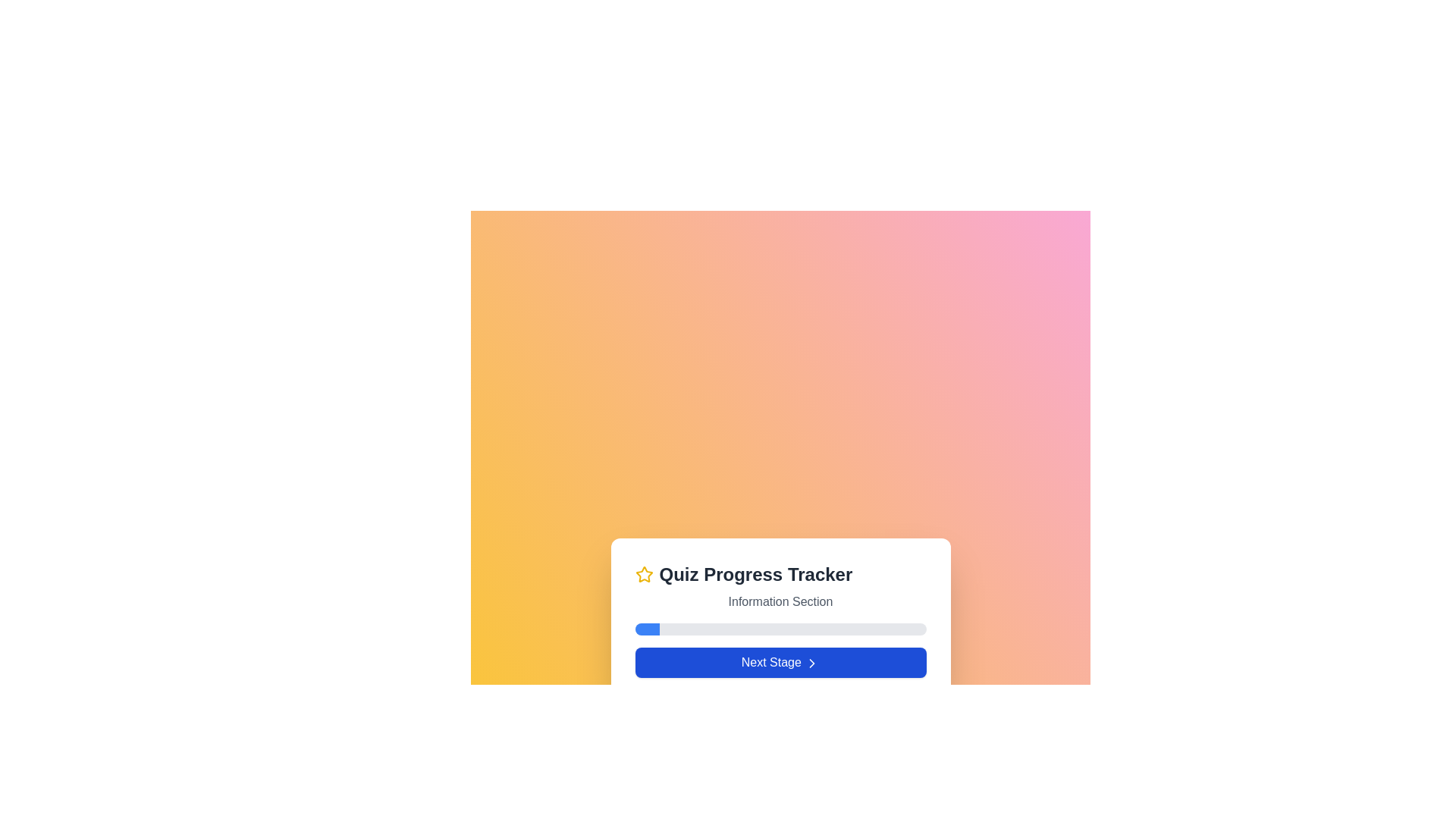 The width and height of the screenshot is (1456, 819). I want to click on the right-pointing chevron arrow icon located on the 'Next Stage' button at the lower part of the 'Quiz Progress Tracker' card, so click(811, 662).